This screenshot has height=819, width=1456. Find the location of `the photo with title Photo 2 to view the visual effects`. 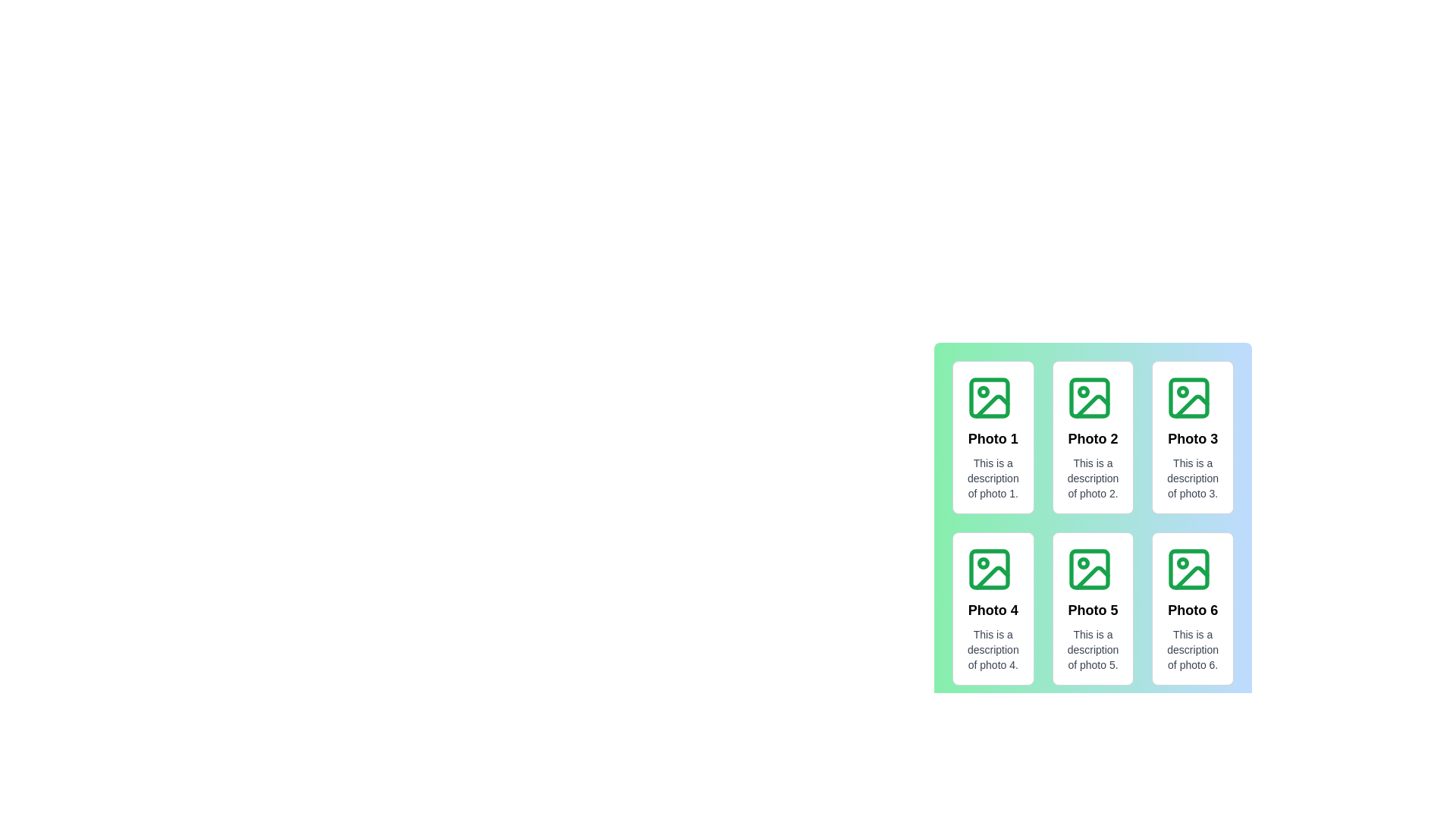

the photo with title Photo 2 to view the visual effects is located at coordinates (1093, 438).